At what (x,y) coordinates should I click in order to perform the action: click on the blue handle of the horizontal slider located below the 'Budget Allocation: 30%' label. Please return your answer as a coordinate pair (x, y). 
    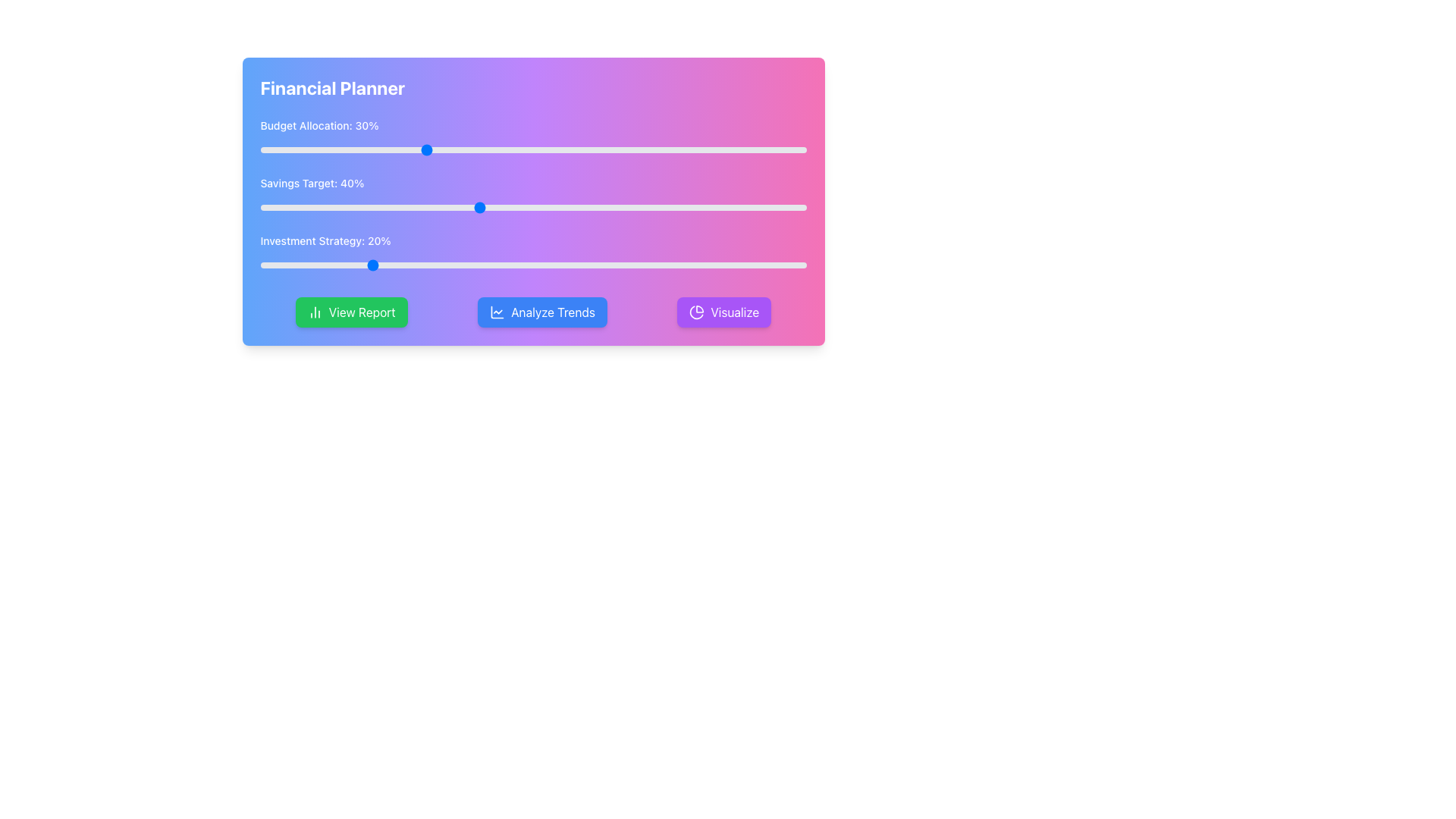
    Looking at the image, I should click on (533, 149).